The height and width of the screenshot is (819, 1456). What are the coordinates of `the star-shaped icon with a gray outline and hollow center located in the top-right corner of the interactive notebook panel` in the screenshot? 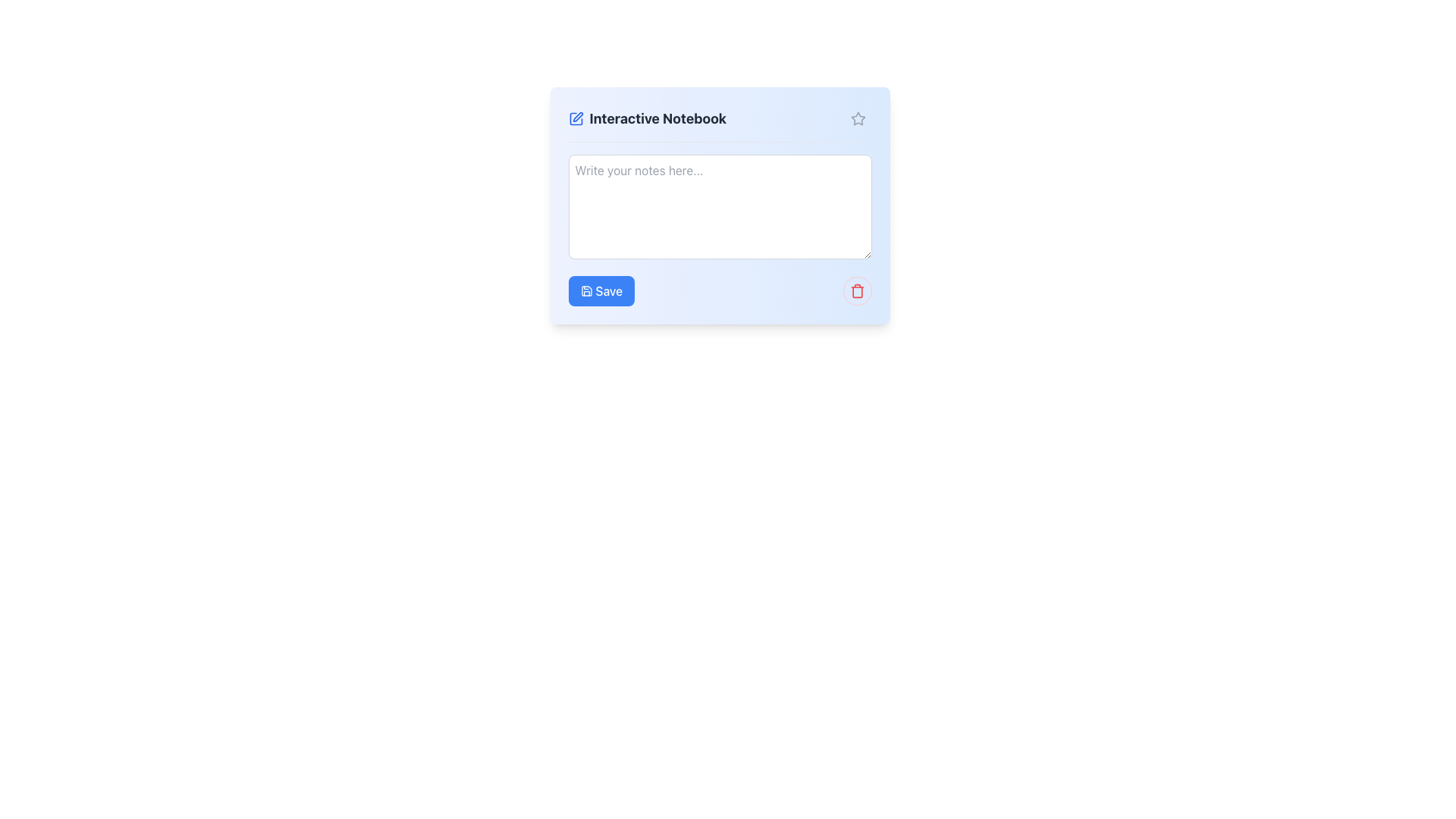 It's located at (858, 118).